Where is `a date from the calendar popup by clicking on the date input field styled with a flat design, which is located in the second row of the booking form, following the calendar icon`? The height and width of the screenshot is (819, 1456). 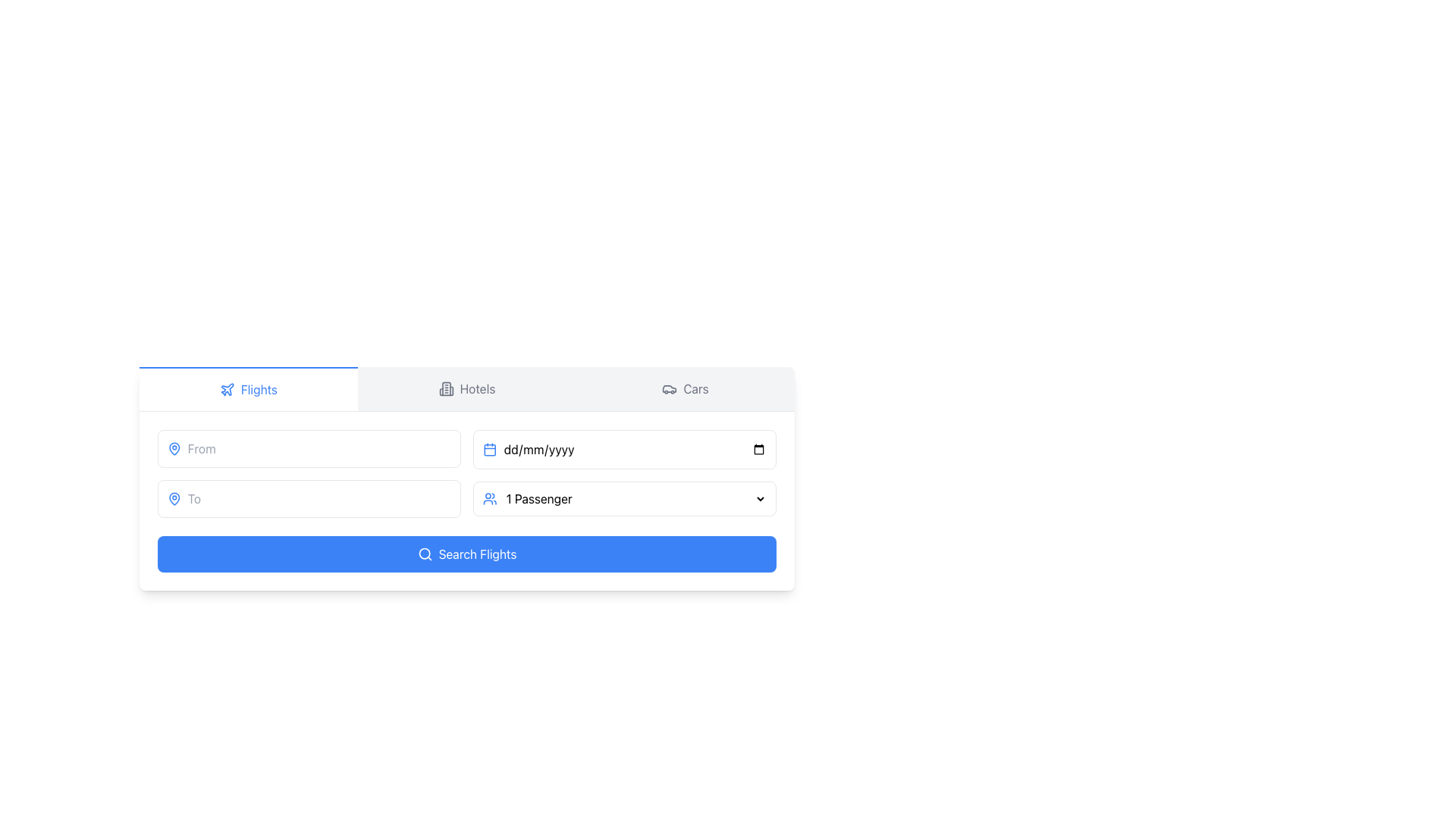
a date from the calendar popup by clicking on the date input field styled with a flat design, which is located in the second row of the booking form, following the calendar icon is located at coordinates (635, 449).